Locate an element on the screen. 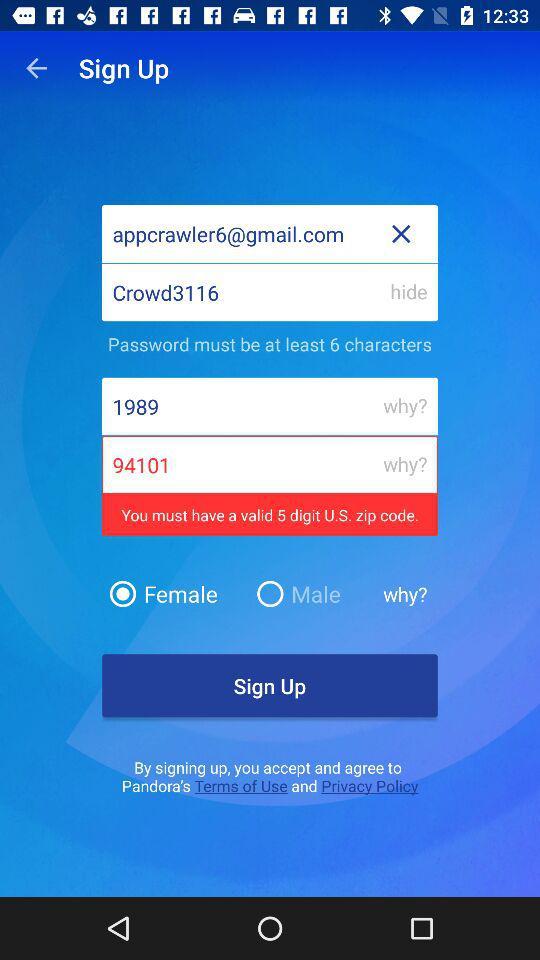 The image size is (540, 960). female is located at coordinates (175, 594).